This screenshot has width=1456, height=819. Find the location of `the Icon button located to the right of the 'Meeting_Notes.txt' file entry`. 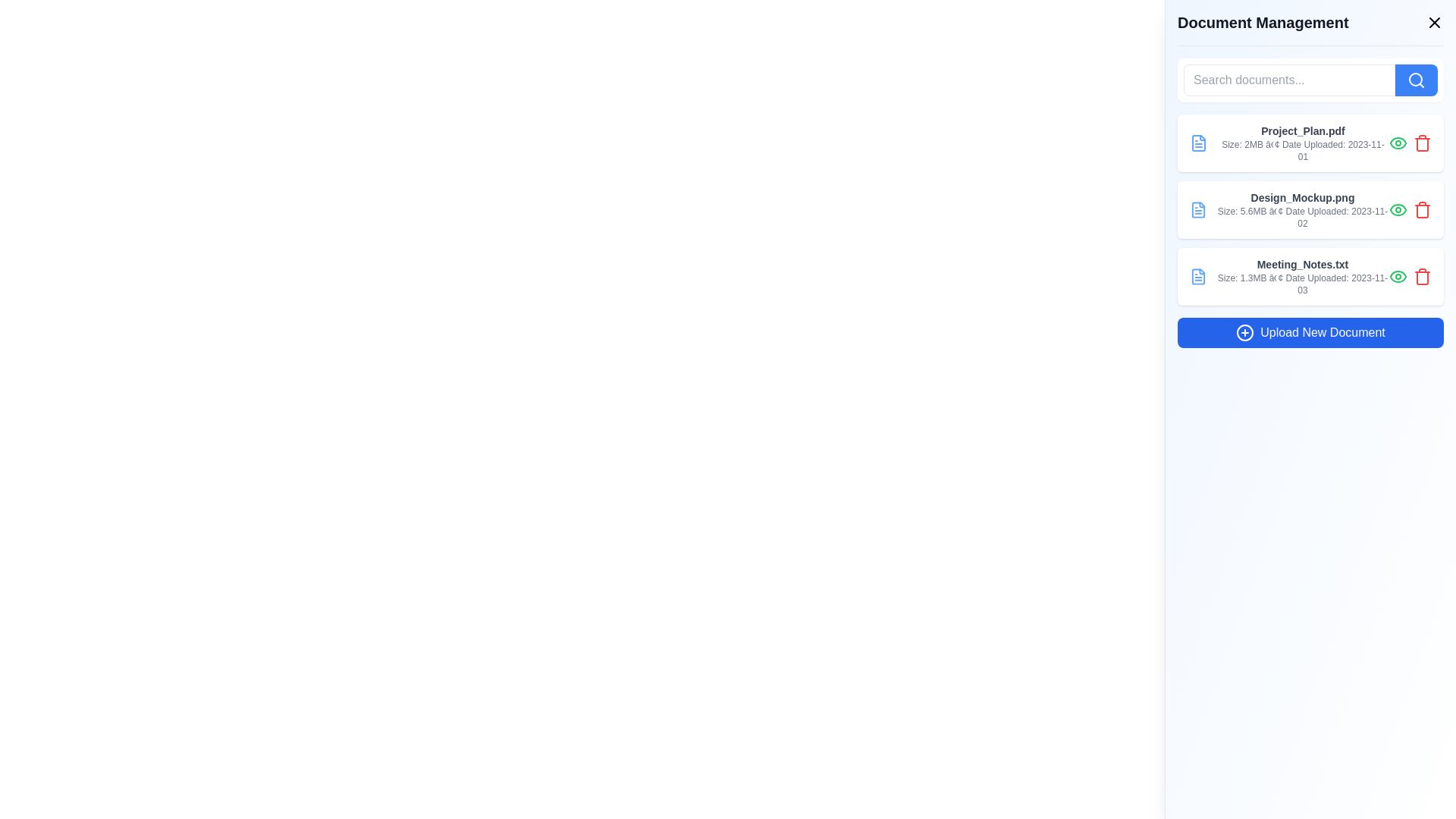

the Icon button located to the right of the 'Meeting_Notes.txt' file entry is located at coordinates (1397, 277).